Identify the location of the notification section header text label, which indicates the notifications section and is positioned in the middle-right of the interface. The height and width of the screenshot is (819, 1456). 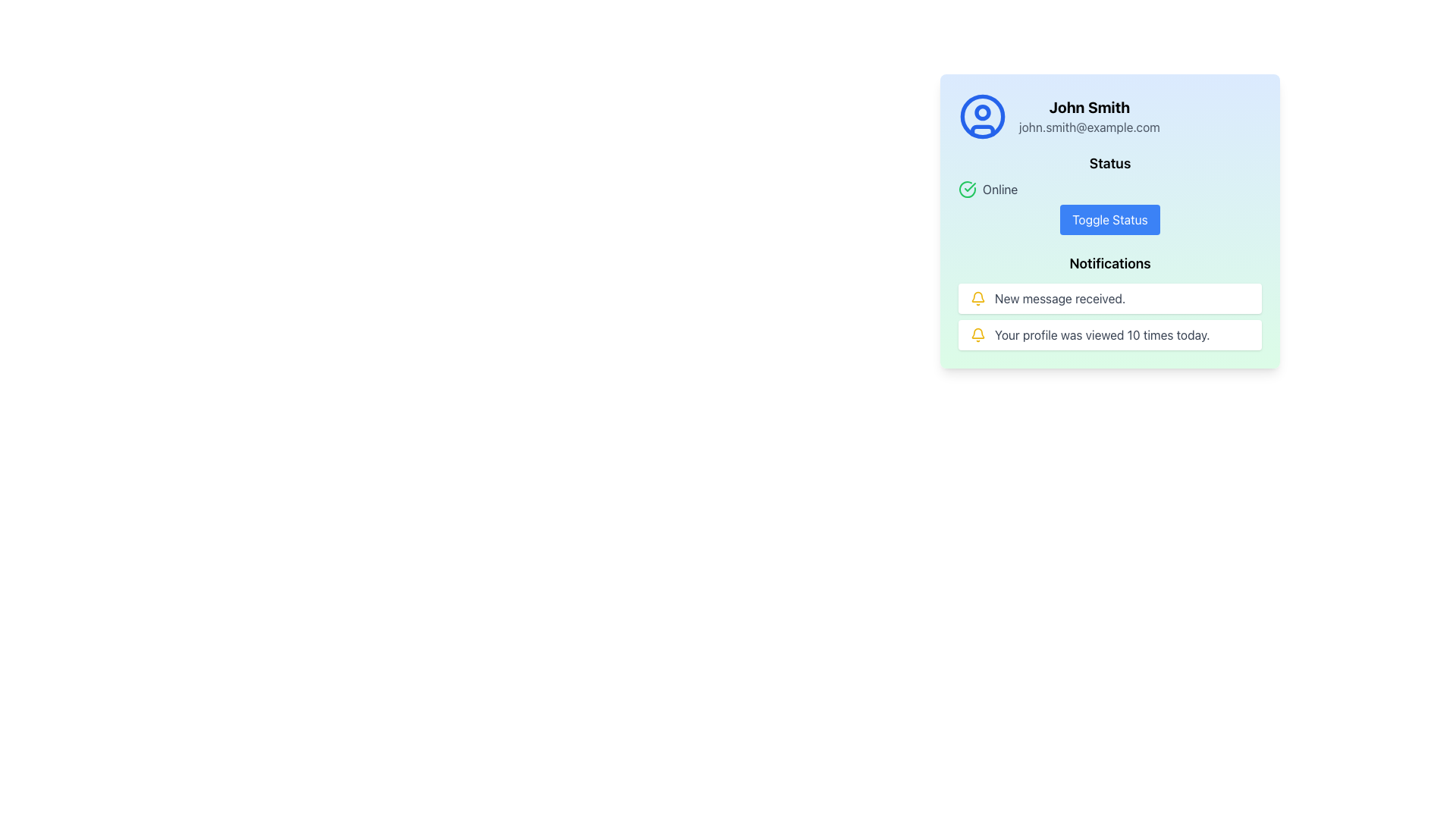
(1110, 262).